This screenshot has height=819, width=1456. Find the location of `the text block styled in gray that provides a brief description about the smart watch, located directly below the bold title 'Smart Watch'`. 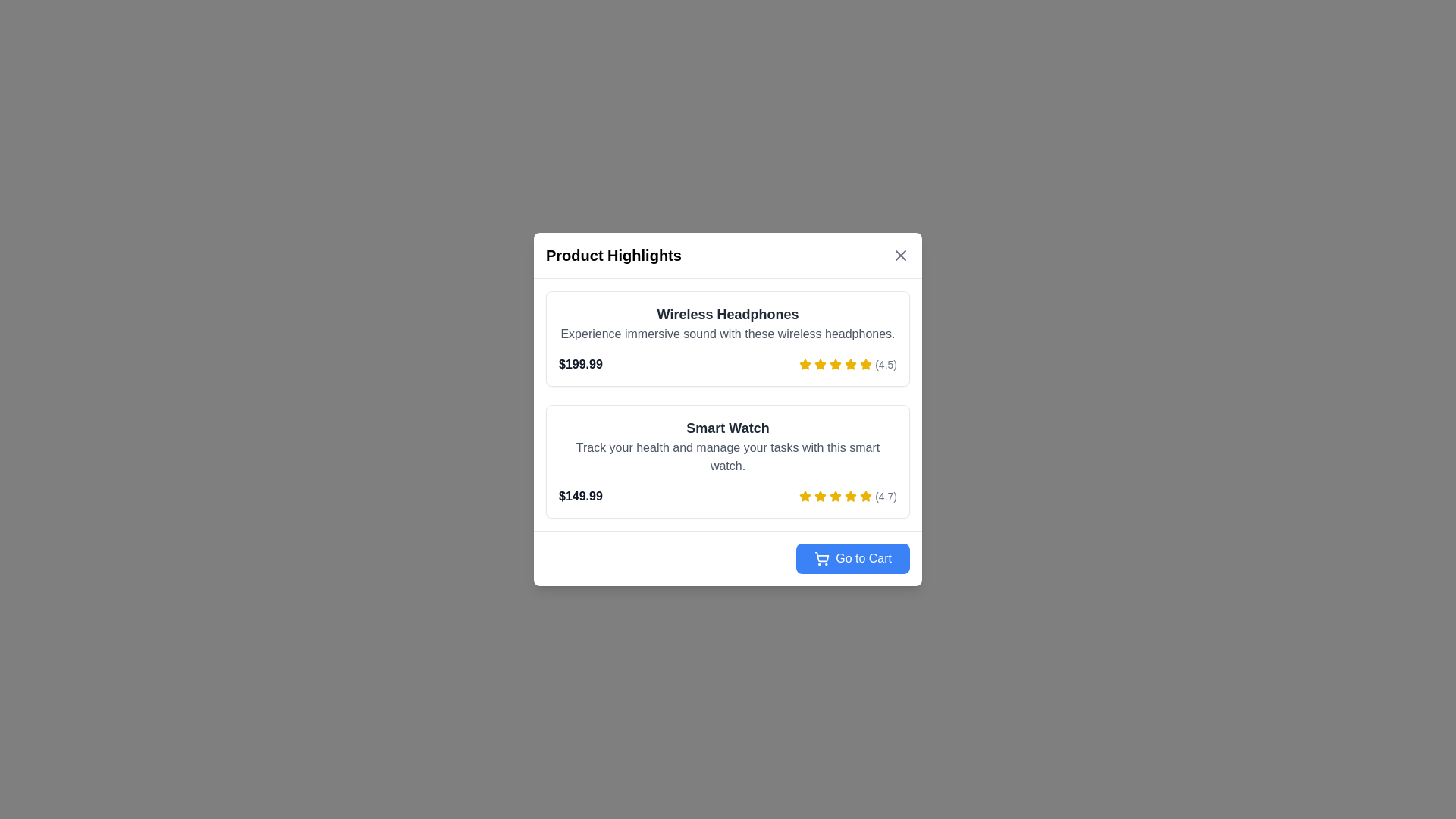

the text block styled in gray that provides a brief description about the smart watch, located directly below the bold title 'Smart Watch' is located at coordinates (728, 456).